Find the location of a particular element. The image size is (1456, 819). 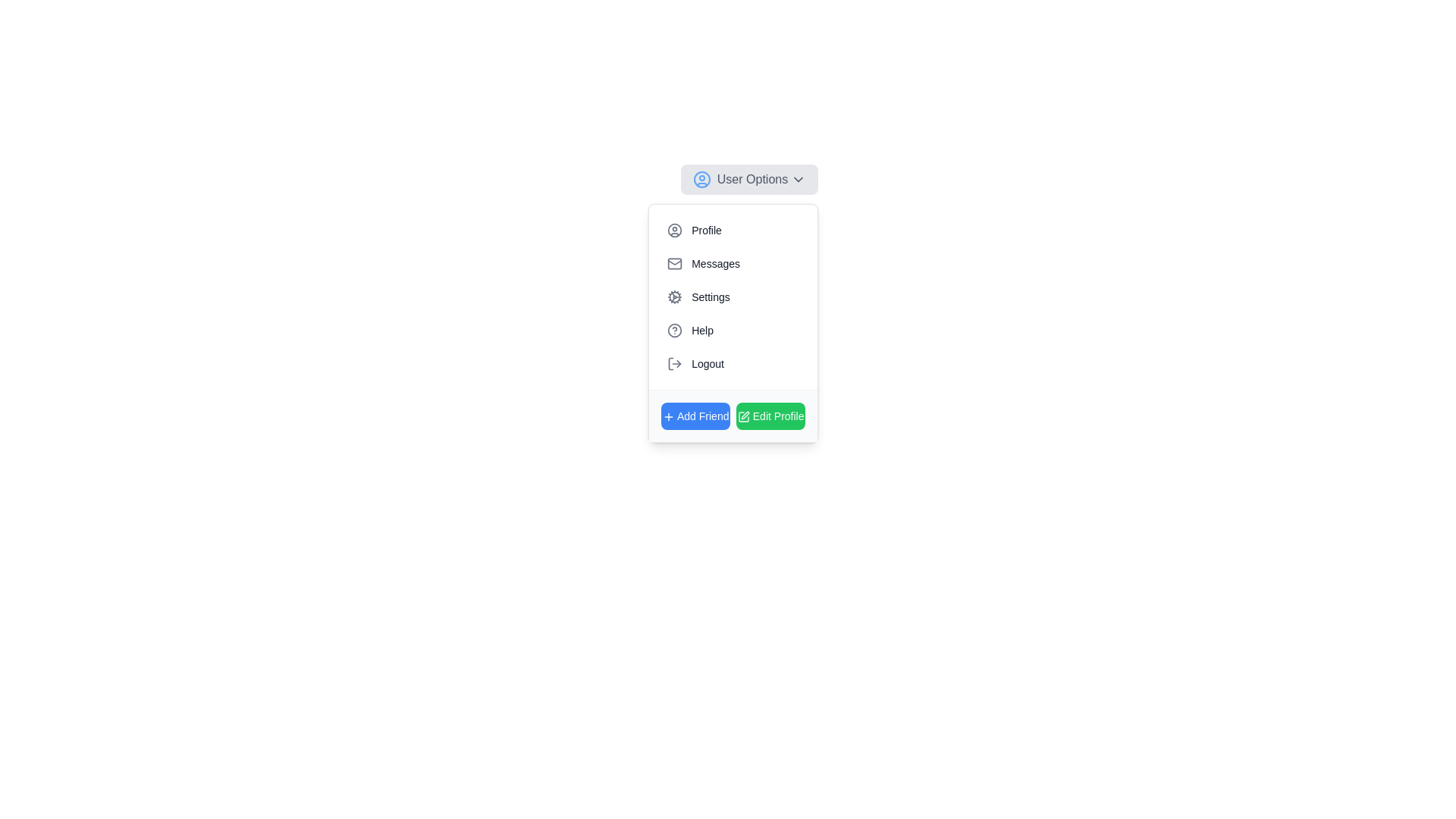

the first button in the dropdown menu that allows access to user profile settings, located directly below the 'User Options' toggle button is located at coordinates (733, 231).